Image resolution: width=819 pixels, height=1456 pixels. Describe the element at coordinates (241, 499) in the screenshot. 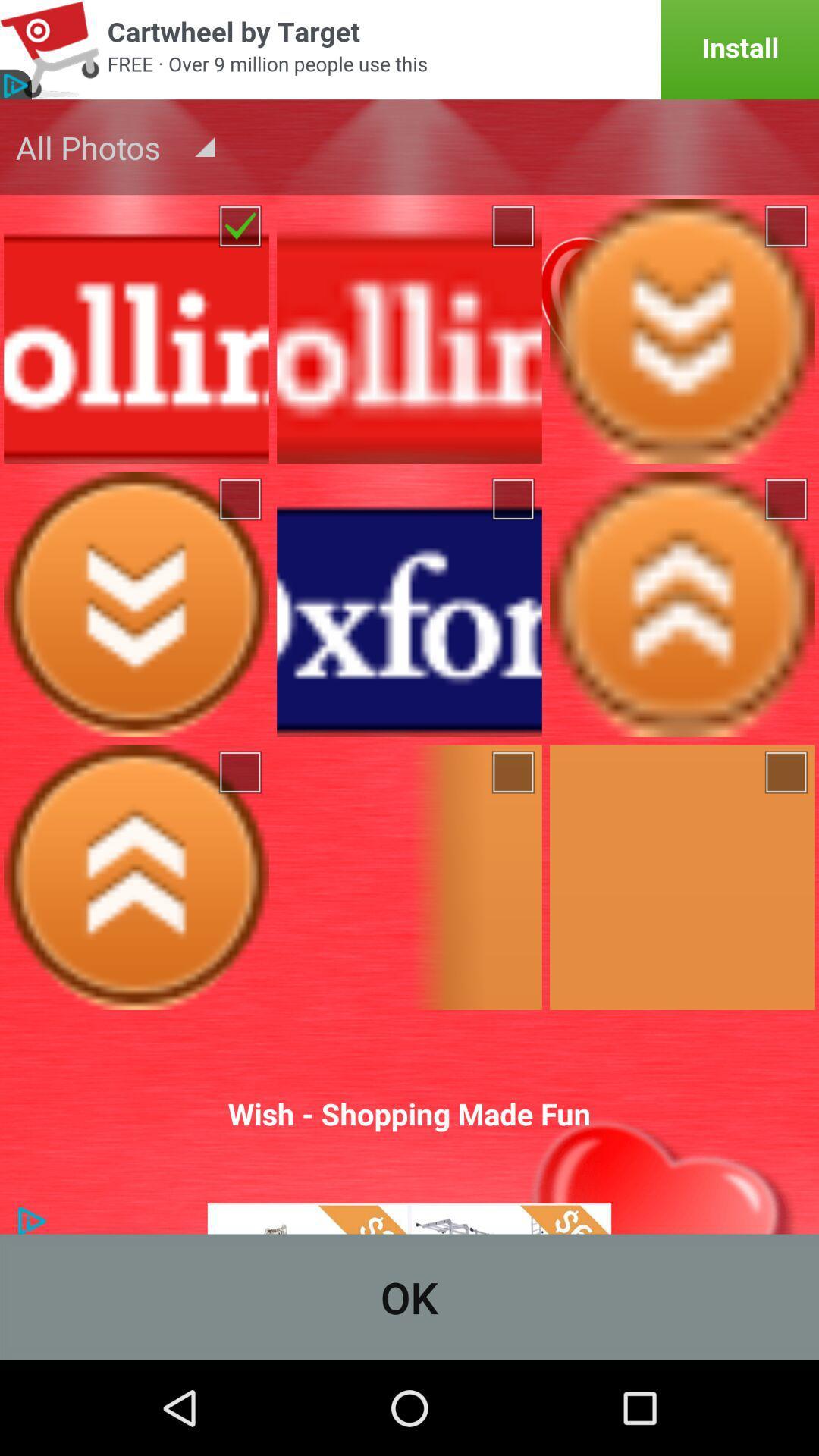

I see `first check box which is at second row` at that location.